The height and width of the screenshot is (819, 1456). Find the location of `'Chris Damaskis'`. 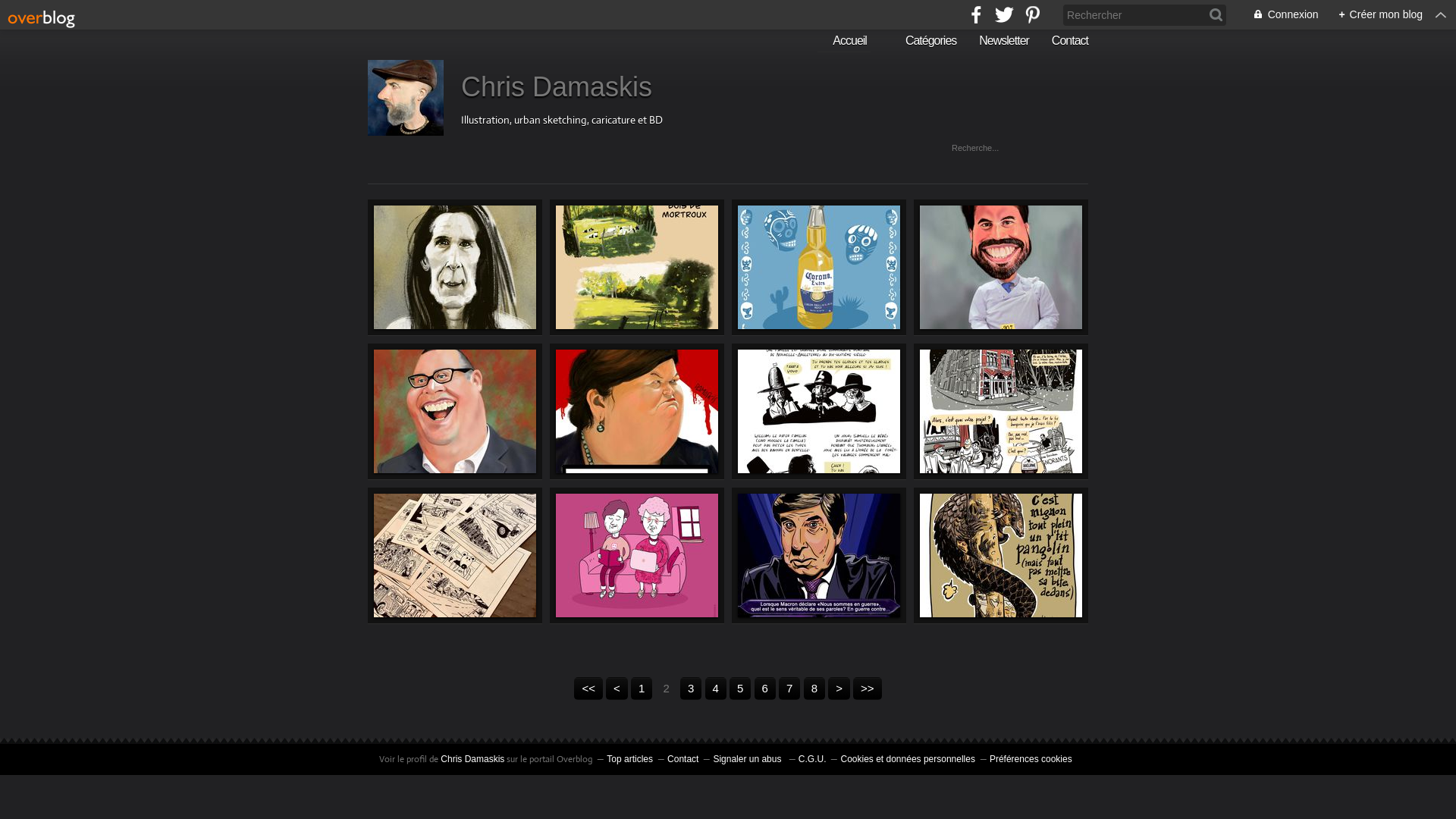

'Chris Damaskis' is located at coordinates (460, 86).